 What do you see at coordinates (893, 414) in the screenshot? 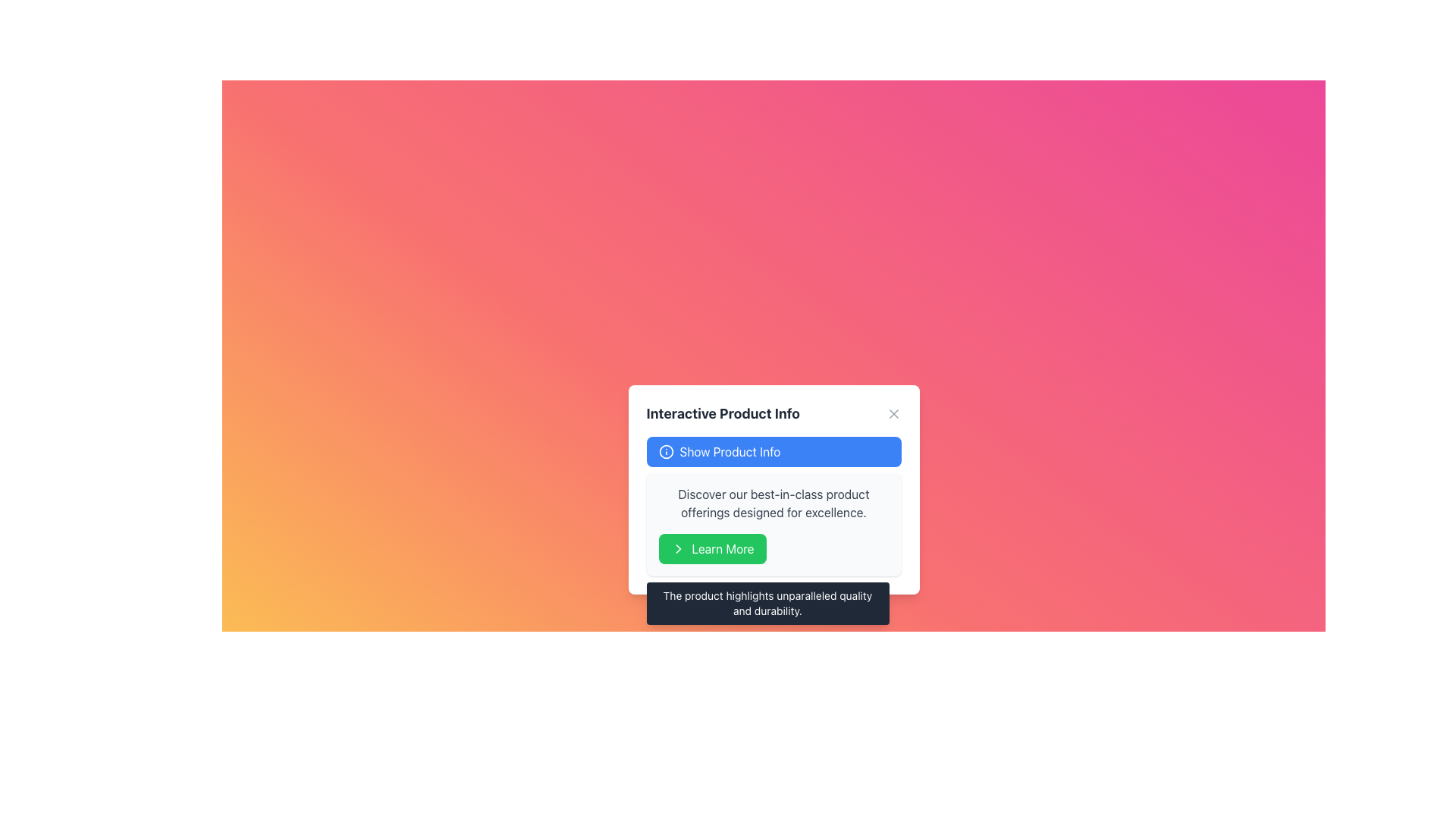
I see `the close button (X shape) located in the top-right corner of the 'Interactive Product Info' popup window` at bounding box center [893, 414].